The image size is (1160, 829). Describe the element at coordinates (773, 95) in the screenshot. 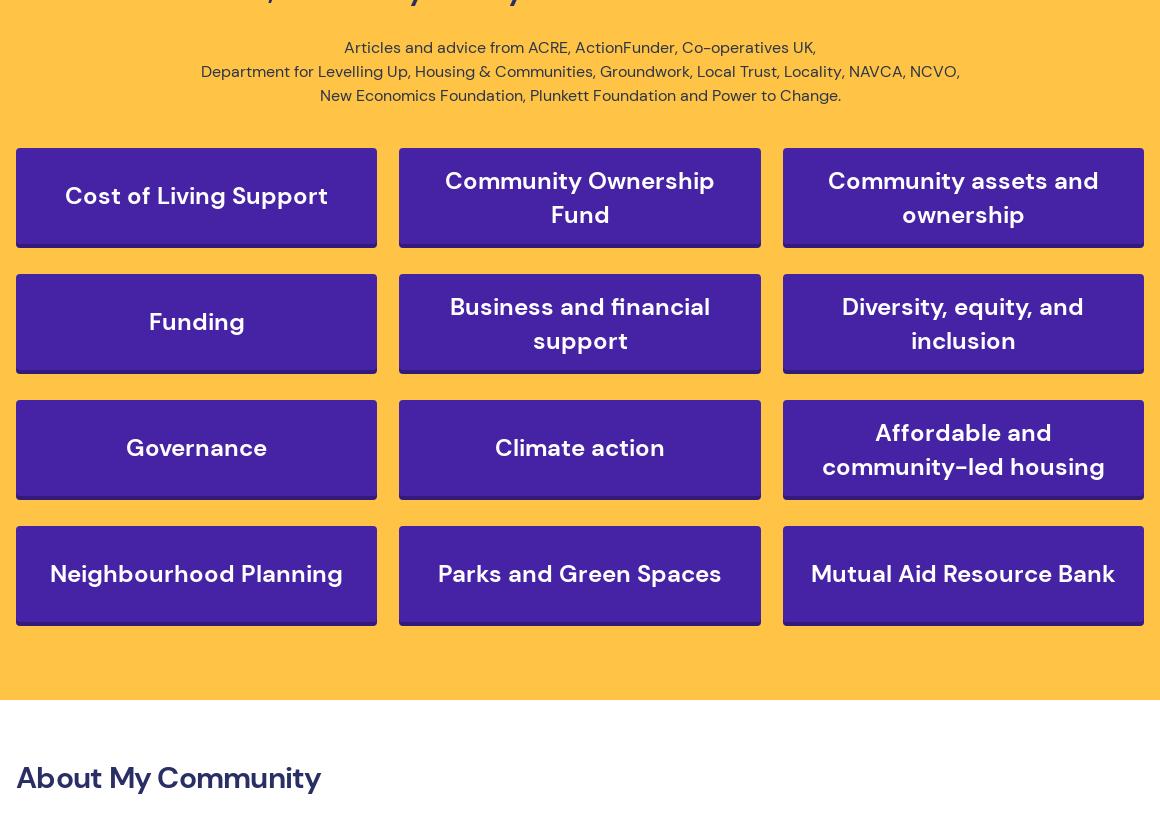

I see `'Power to Change'` at that location.